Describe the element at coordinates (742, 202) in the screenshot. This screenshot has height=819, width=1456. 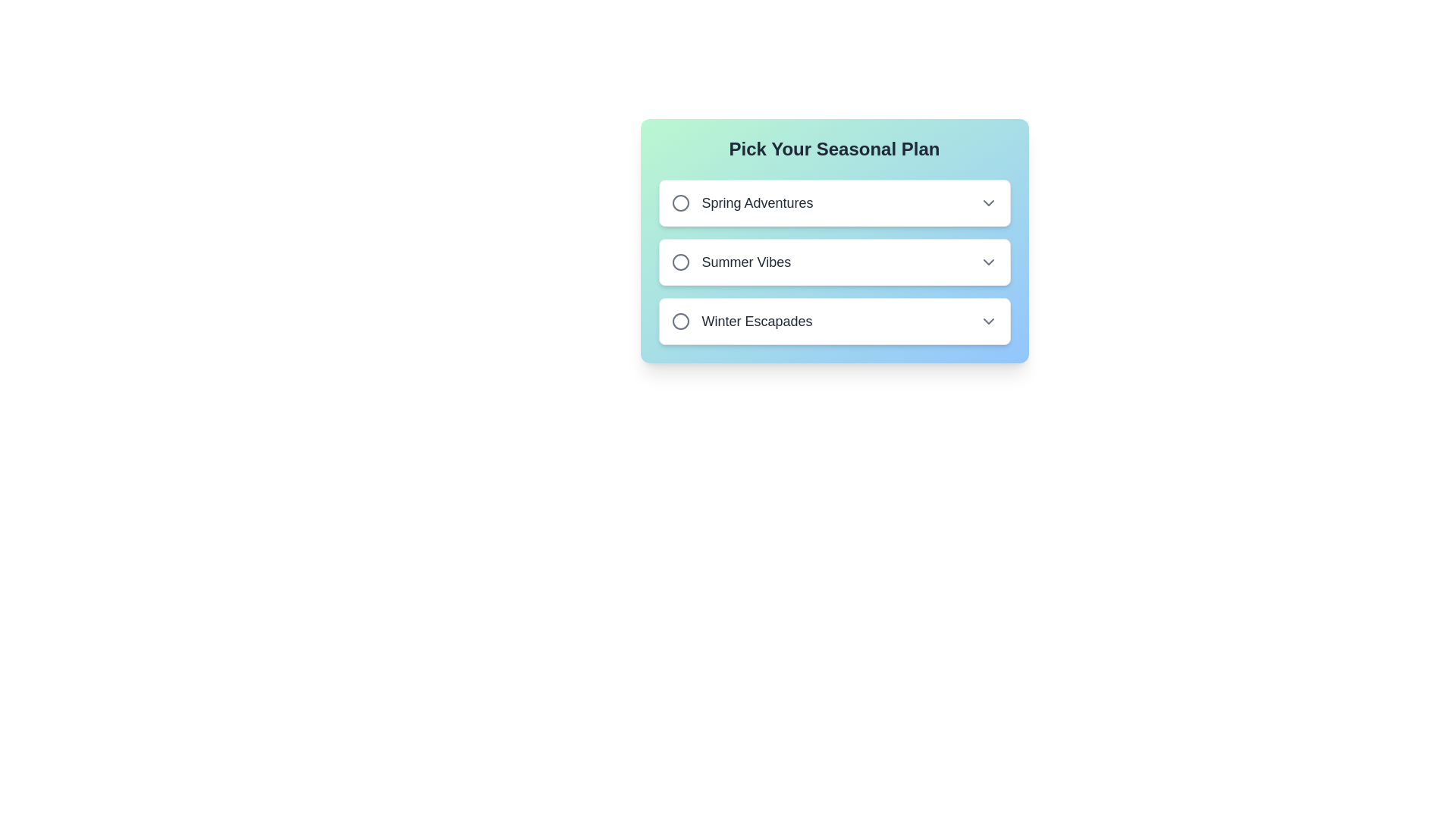
I see `the list item containing the text 'Spring Adventures'` at that location.